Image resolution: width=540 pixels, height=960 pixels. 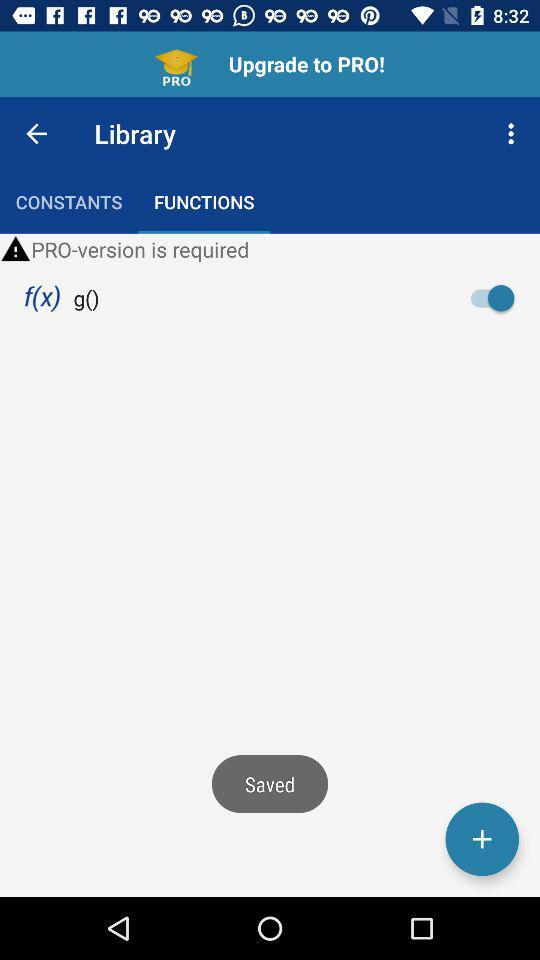 I want to click on the item next to the library, so click(x=513, y=132).